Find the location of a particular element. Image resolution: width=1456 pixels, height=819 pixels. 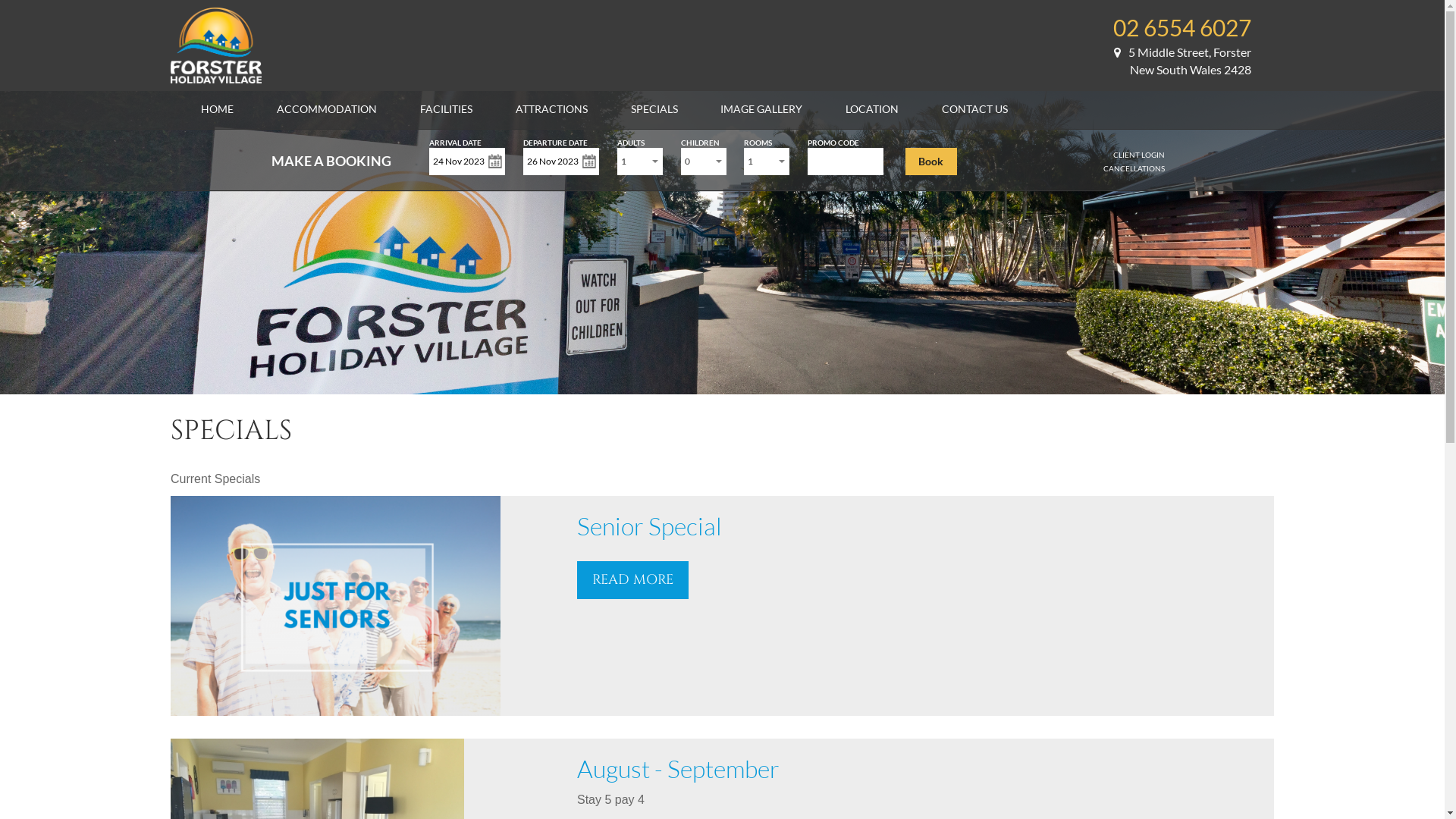

'Book' is located at coordinates (930, 161).